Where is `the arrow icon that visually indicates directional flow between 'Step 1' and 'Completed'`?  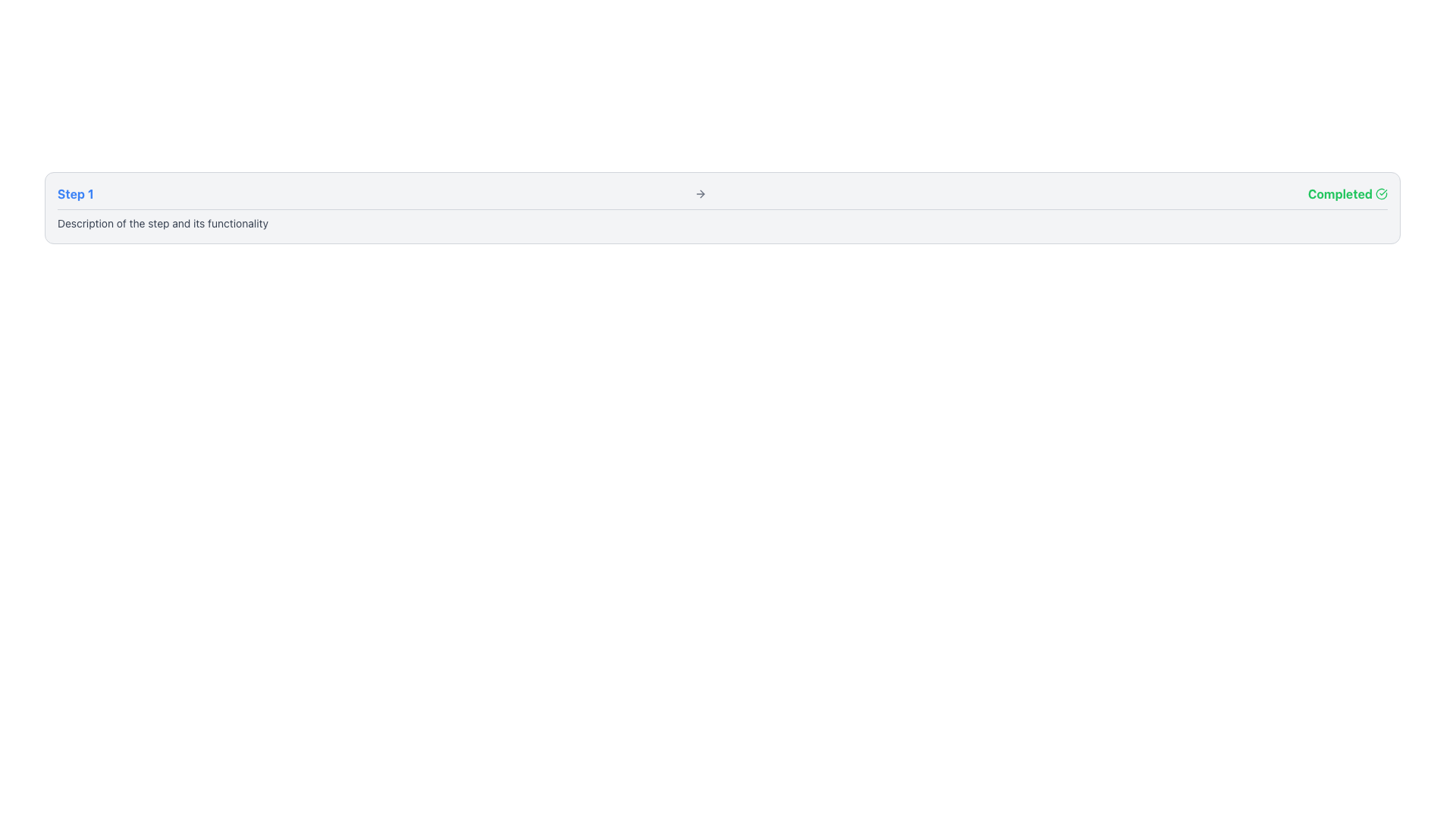 the arrow icon that visually indicates directional flow between 'Step 1' and 'Completed' is located at coordinates (700, 193).